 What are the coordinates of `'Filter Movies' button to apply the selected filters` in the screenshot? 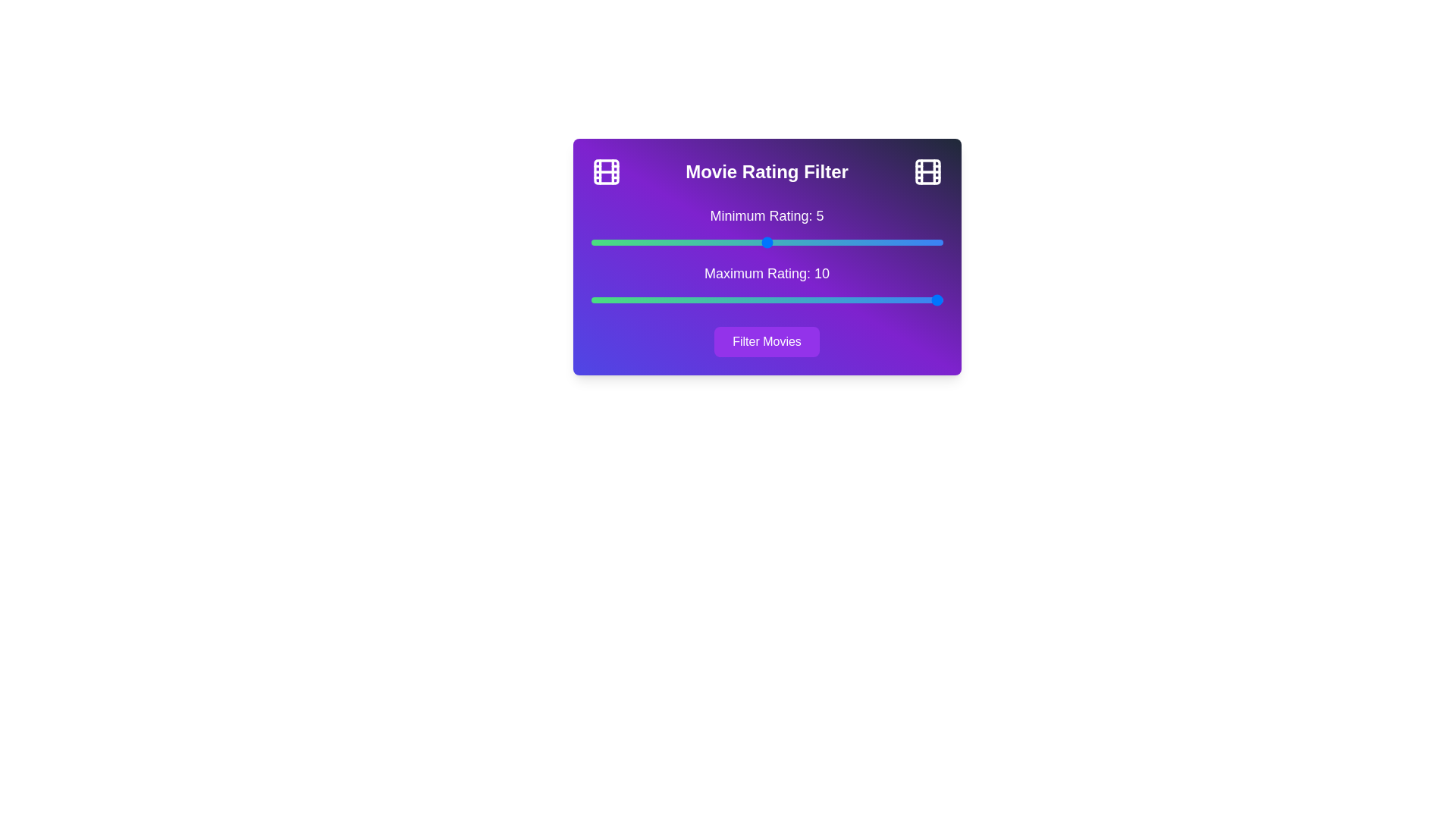 It's located at (767, 342).